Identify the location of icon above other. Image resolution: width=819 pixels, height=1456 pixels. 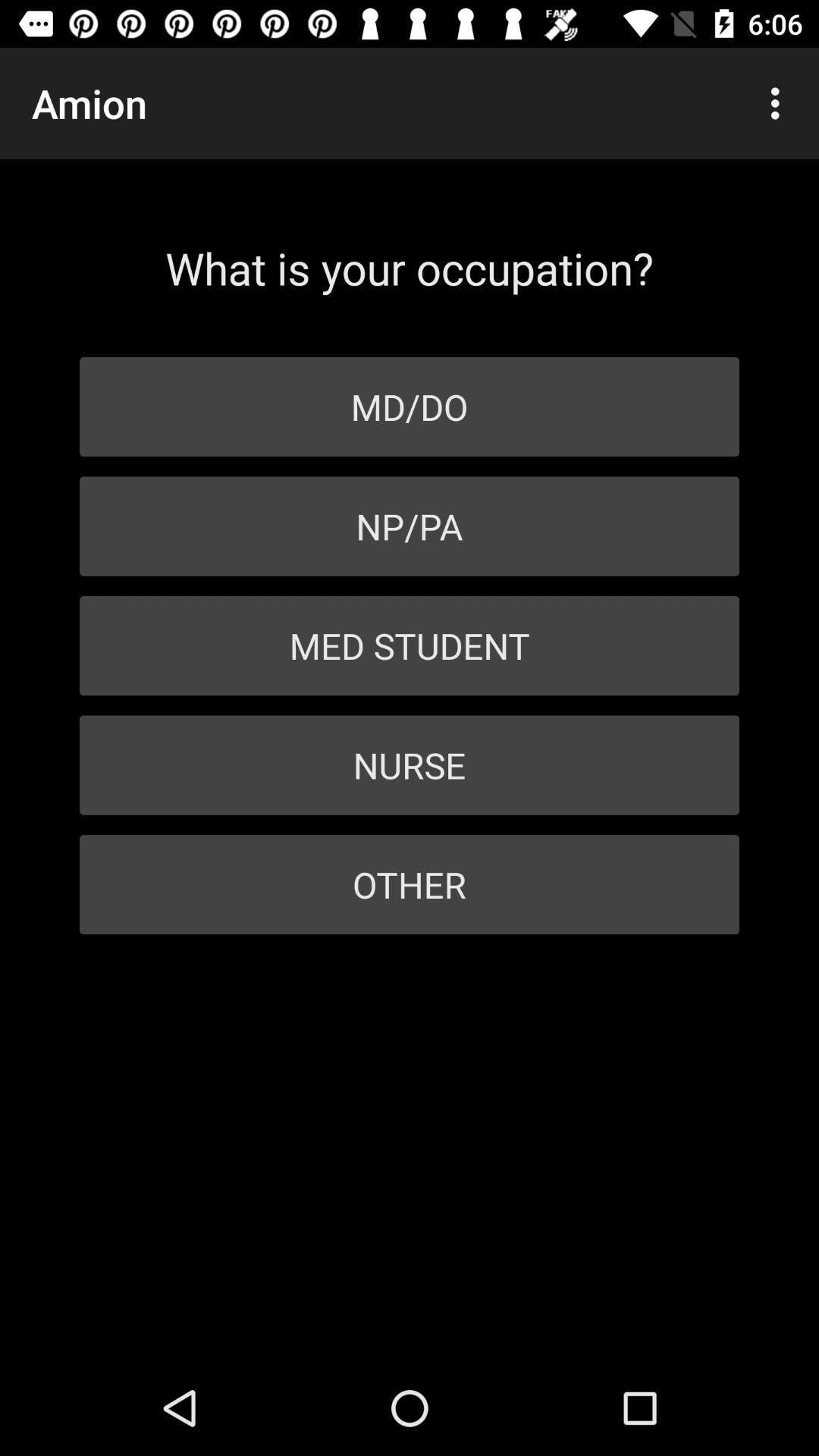
(409, 765).